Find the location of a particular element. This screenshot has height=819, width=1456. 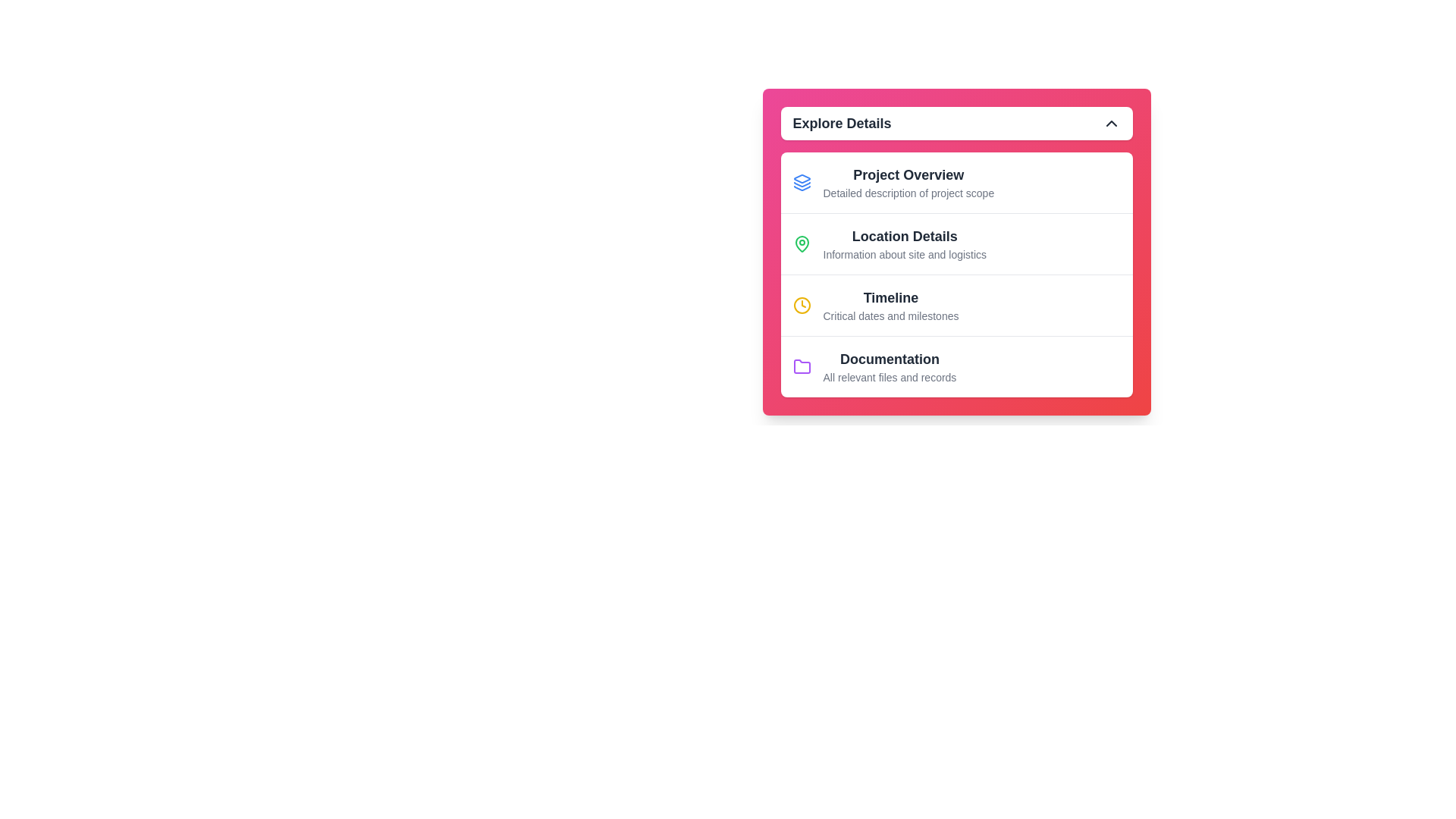

descriptive text label located beneath the bold text 'Location Details' in the 'Explore Details' dropdown section is located at coordinates (905, 253).